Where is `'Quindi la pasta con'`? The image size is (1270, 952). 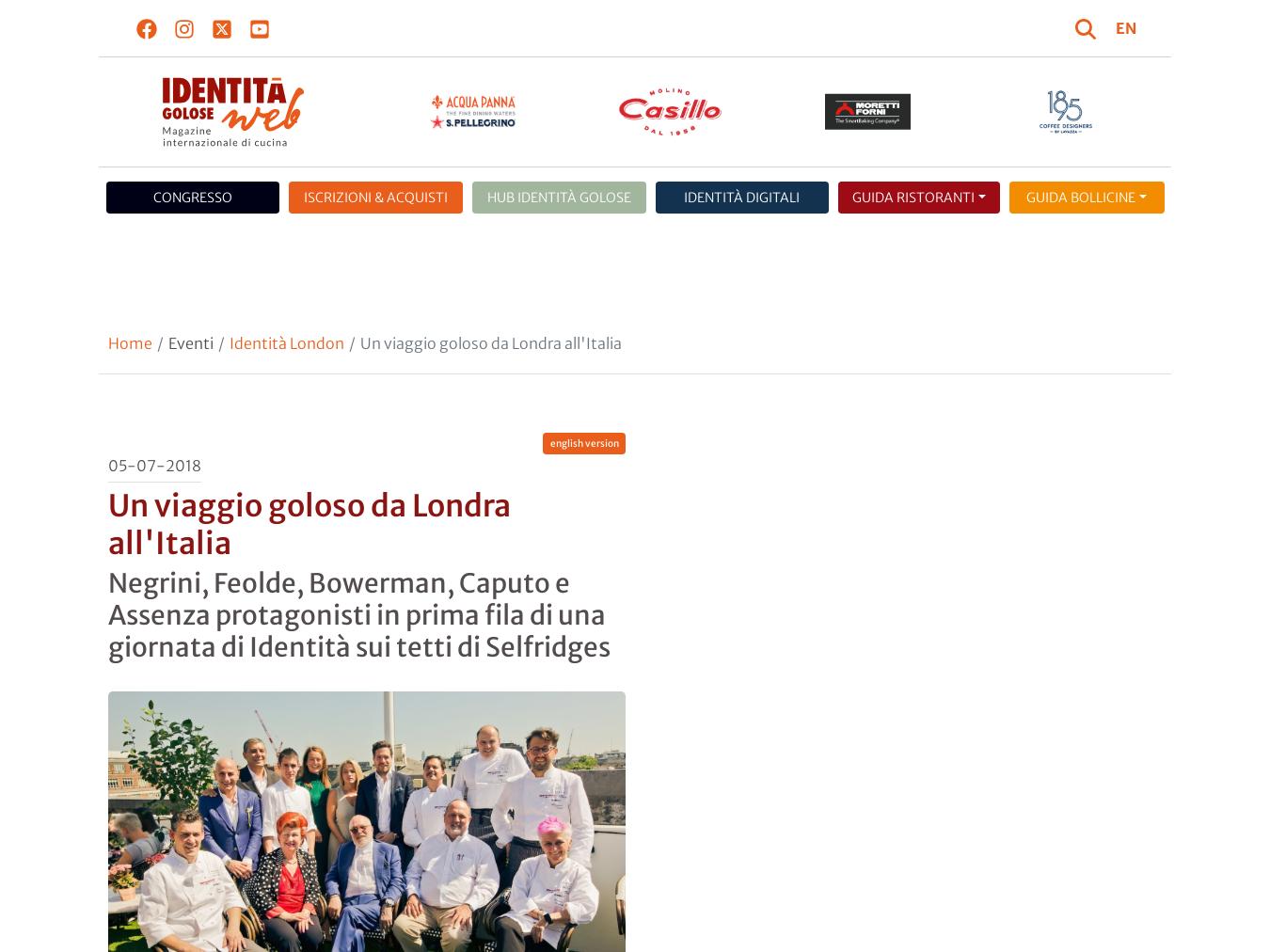
'Quindi la pasta con' is located at coordinates (177, 684).